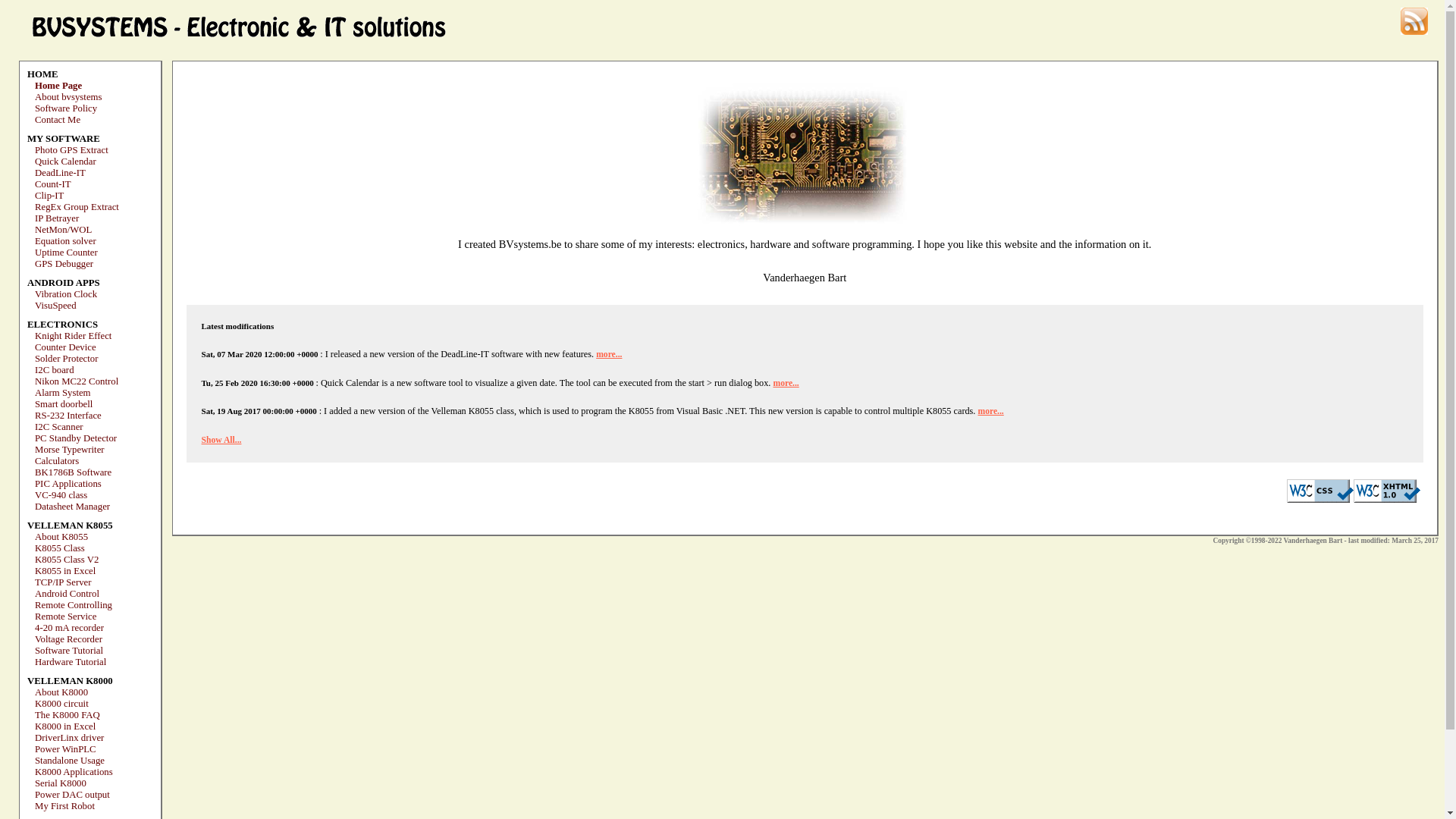 This screenshot has width=1456, height=819. I want to click on 'Home Page', so click(58, 85).